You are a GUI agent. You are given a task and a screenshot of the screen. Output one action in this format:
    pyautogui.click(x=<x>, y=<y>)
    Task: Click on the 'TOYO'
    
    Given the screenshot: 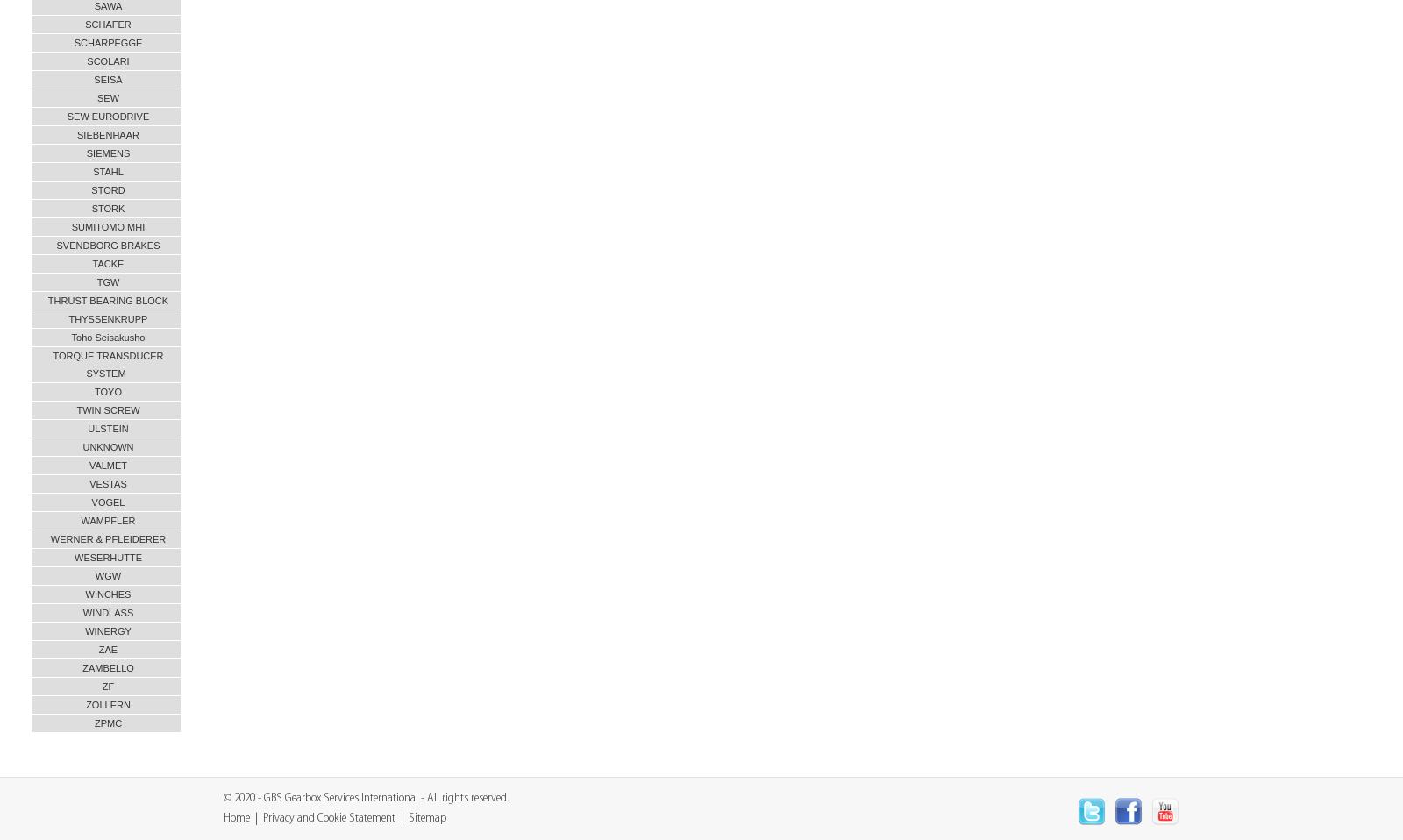 What is the action you would take?
    pyautogui.click(x=94, y=392)
    